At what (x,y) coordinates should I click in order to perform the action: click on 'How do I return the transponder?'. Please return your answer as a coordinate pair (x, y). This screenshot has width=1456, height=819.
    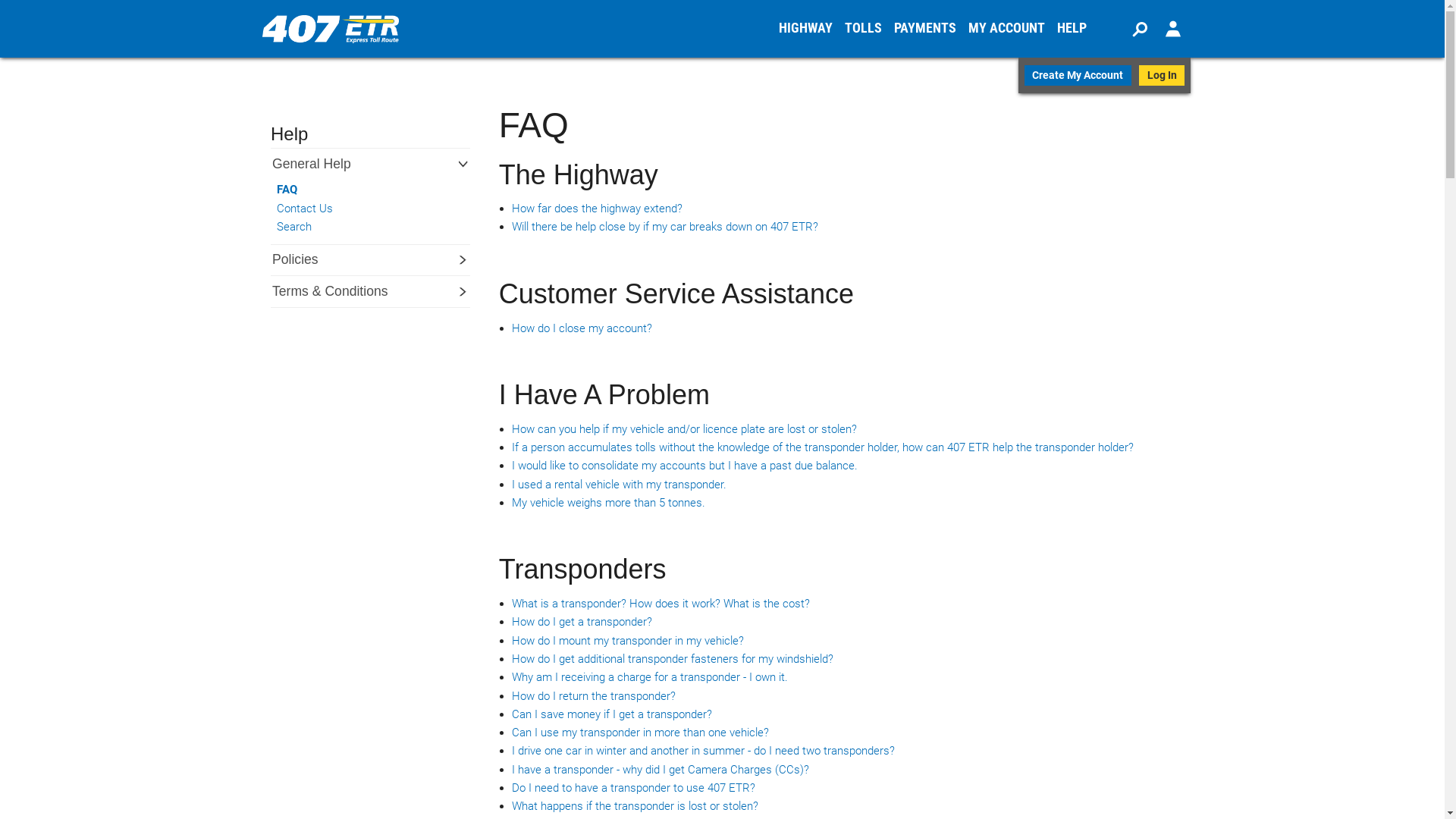
    Looking at the image, I should click on (592, 696).